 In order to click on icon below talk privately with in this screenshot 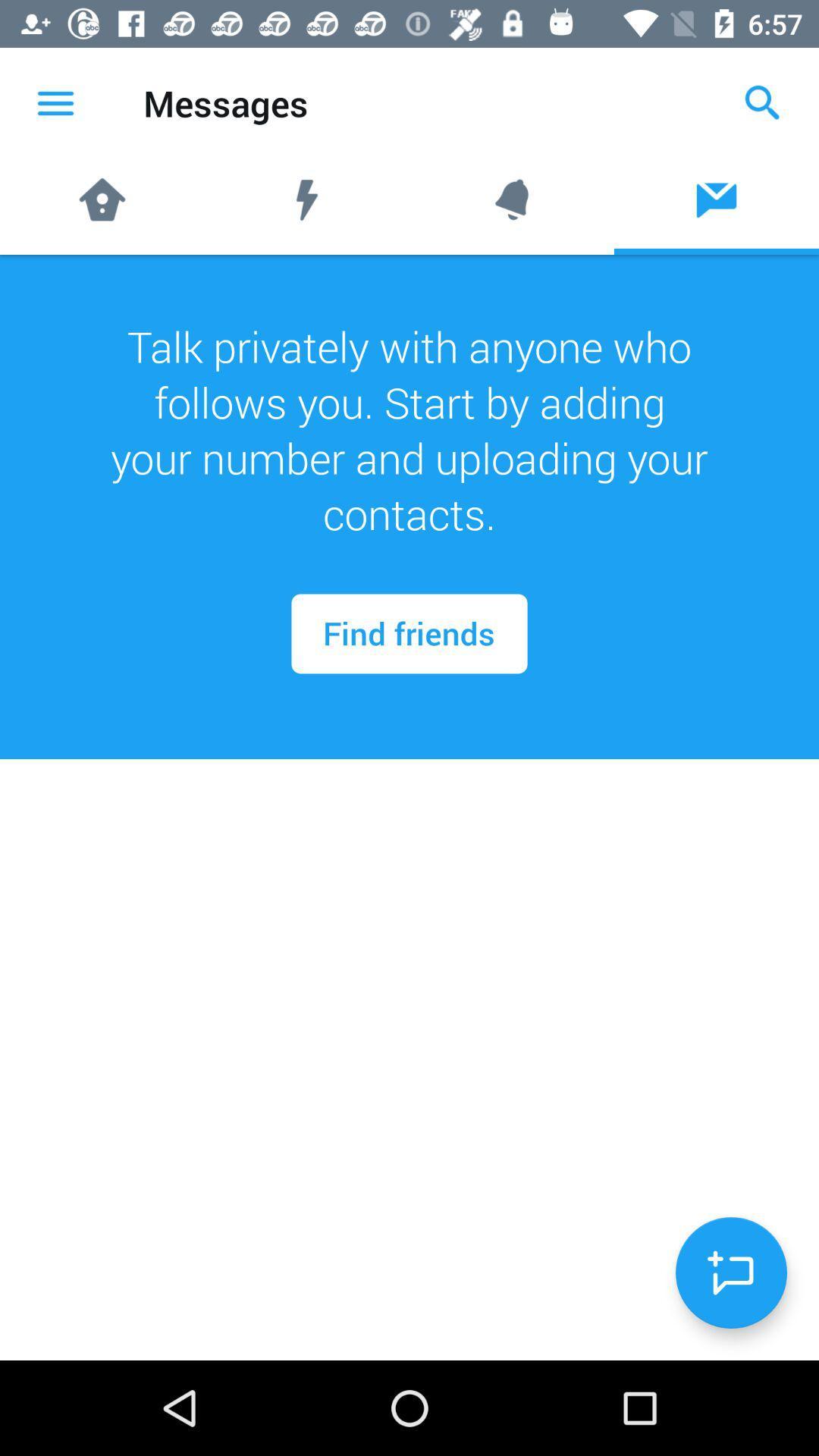, I will do `click(409, 633)`.